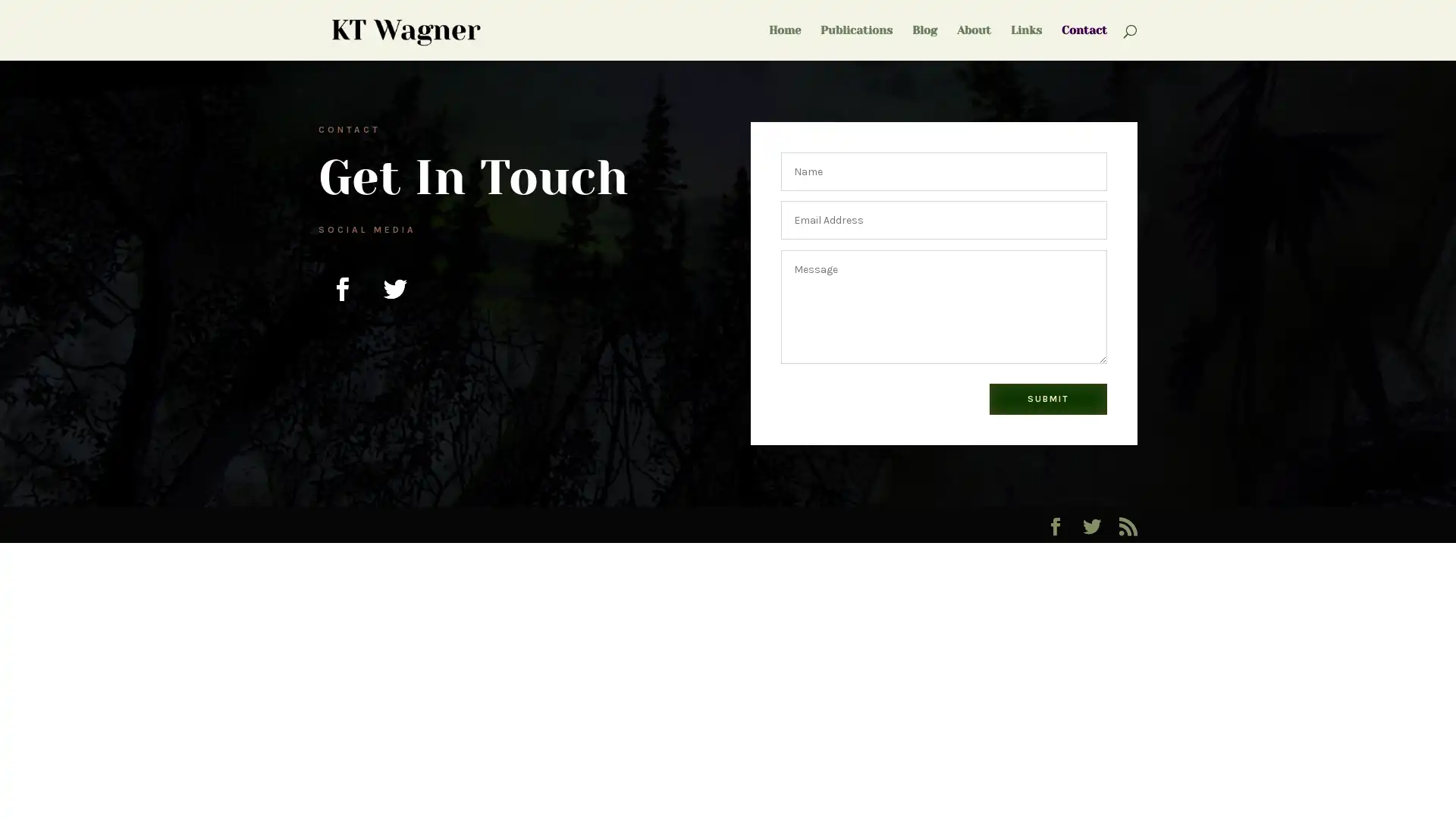  What do you see at coordinates (1046, 397) in the screenshot?
I see `SUBMIT 5` at bounding box center [1046, 397].